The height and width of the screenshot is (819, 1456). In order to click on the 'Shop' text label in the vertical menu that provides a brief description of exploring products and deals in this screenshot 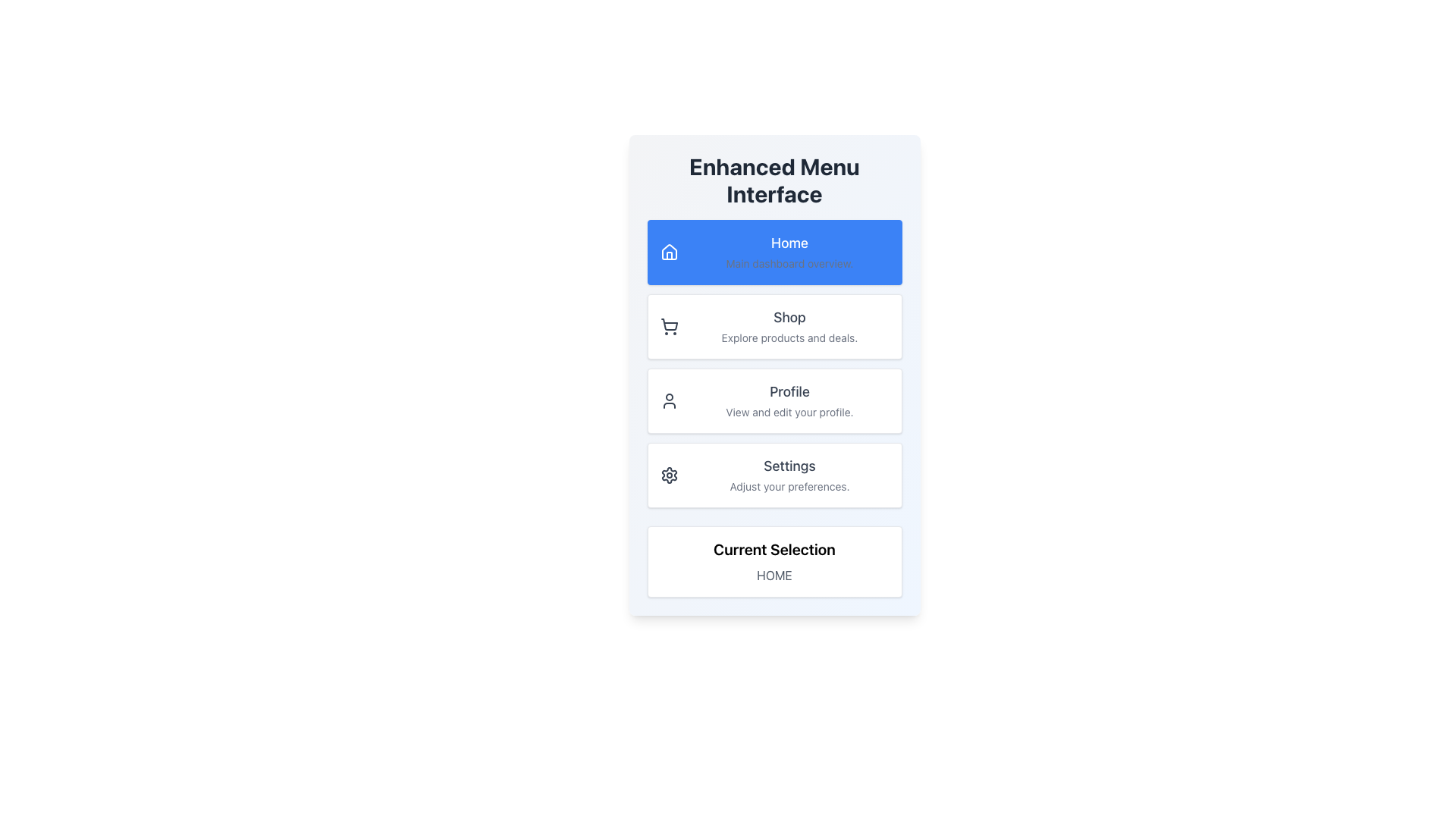, I will do `click(789, 326)`.